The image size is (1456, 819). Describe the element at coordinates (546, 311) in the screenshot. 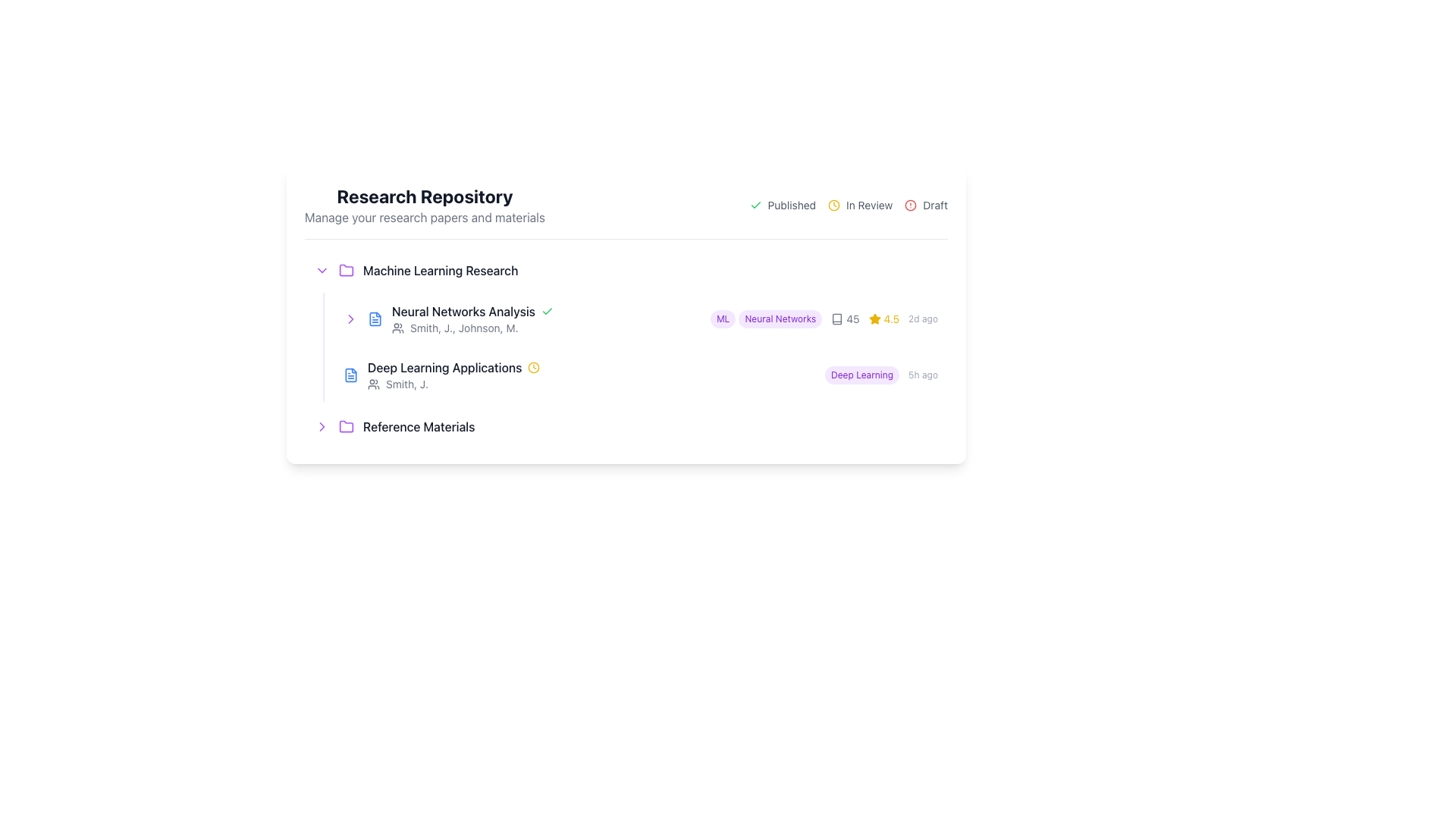

I see `the status indicator icon located to the right of the text 'Neural Networks Analysis' in the 'Machine Learning Research' section` at that location.